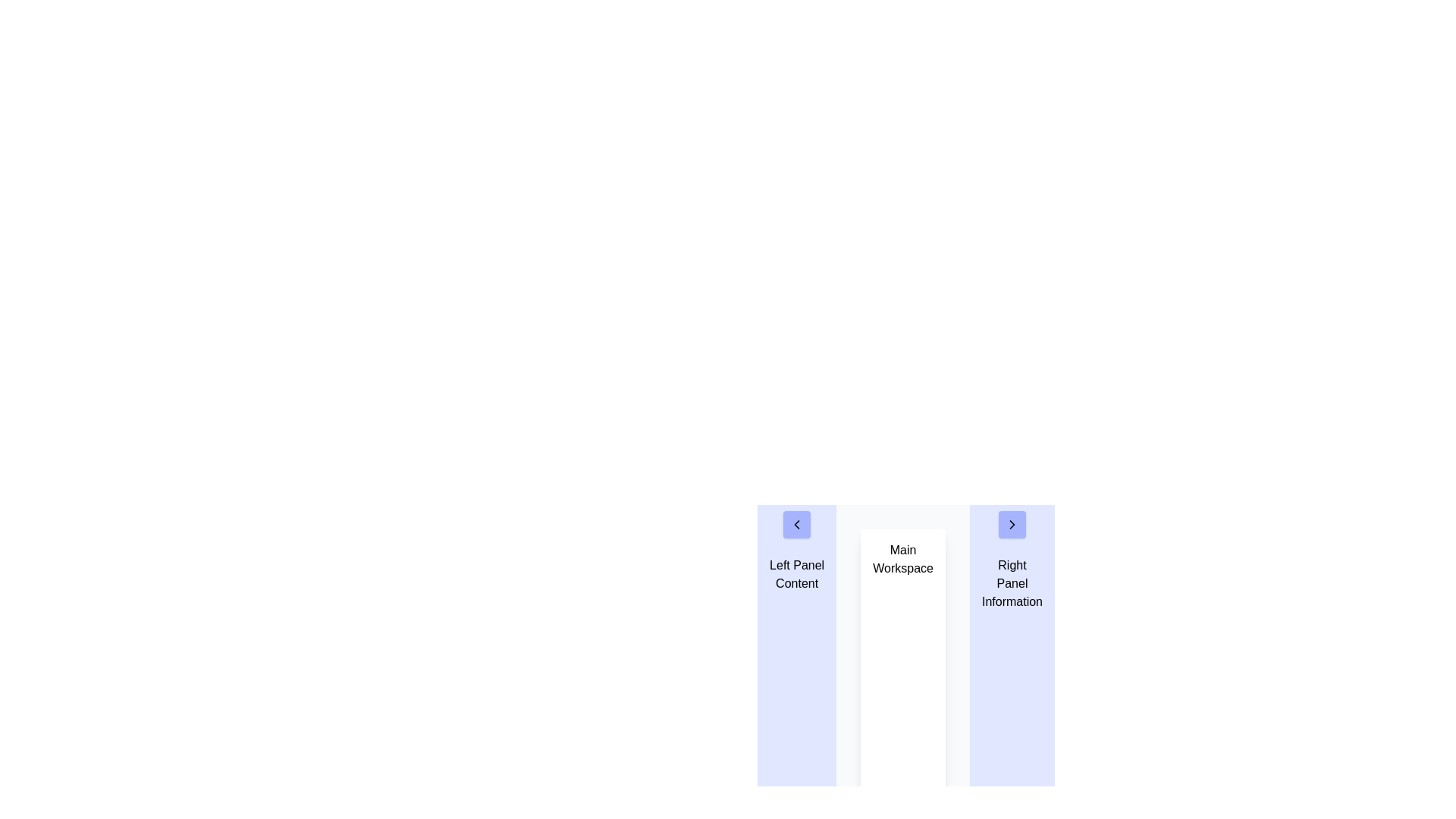  Describe the element at coordinates (1012, 523) in the screenshot. I see `the button in the top-center area of the right panel titled 'Right Panel Information' to highlight it` at that location.